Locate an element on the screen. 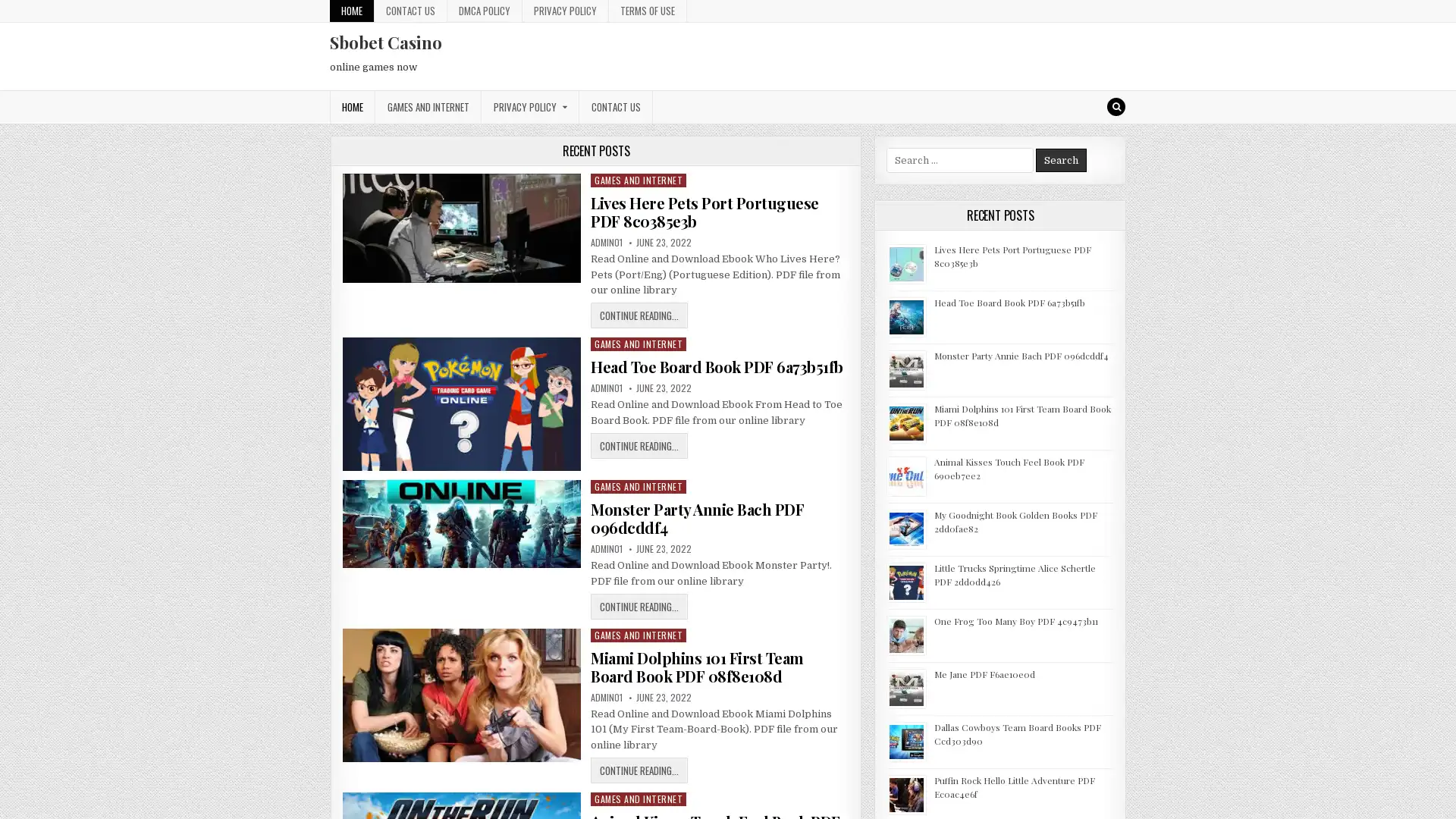  Search is located at coordinates (1060, 160).